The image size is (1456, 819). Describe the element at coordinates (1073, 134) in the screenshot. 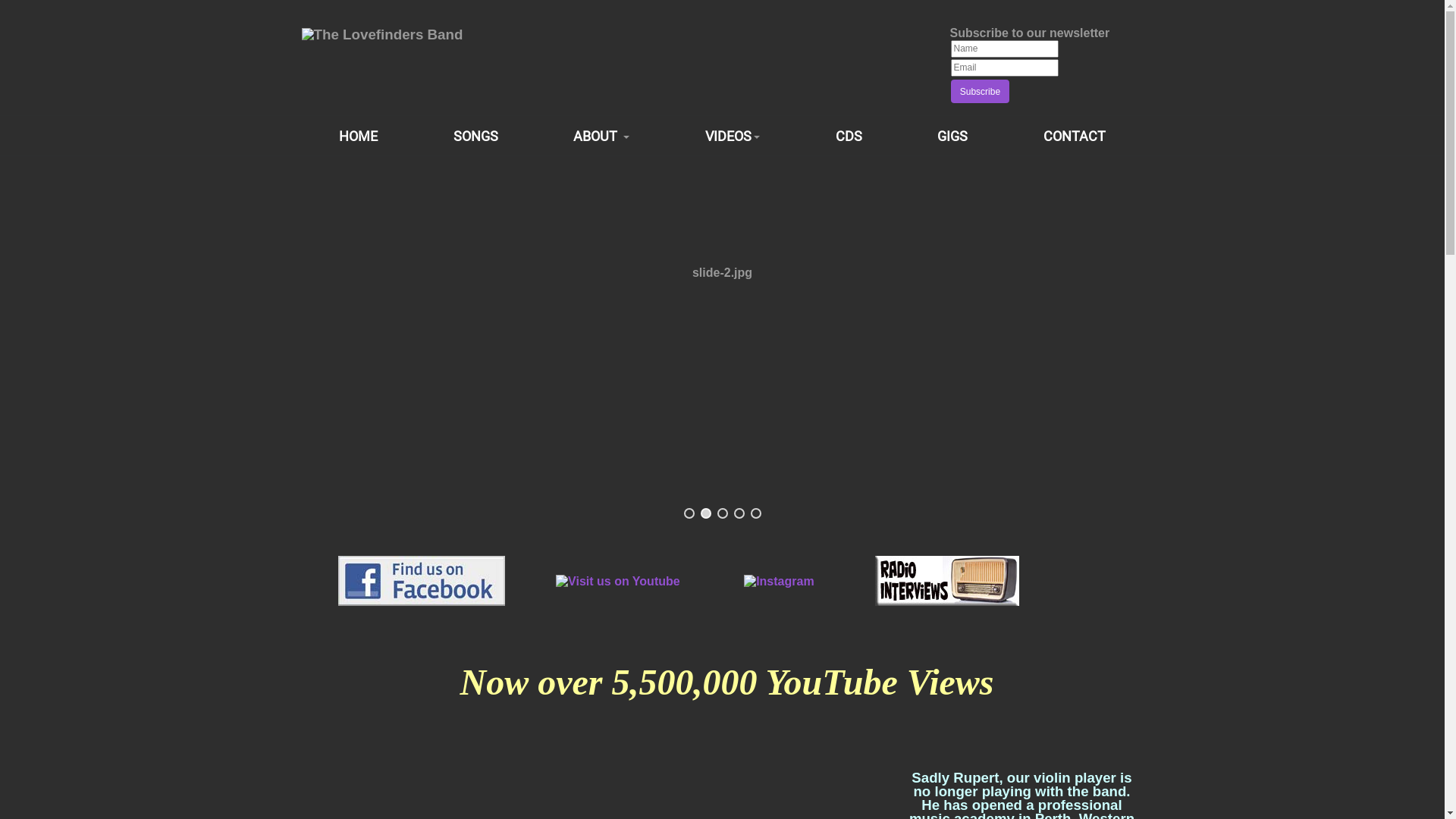

I see `'CONTACT'` at that location.